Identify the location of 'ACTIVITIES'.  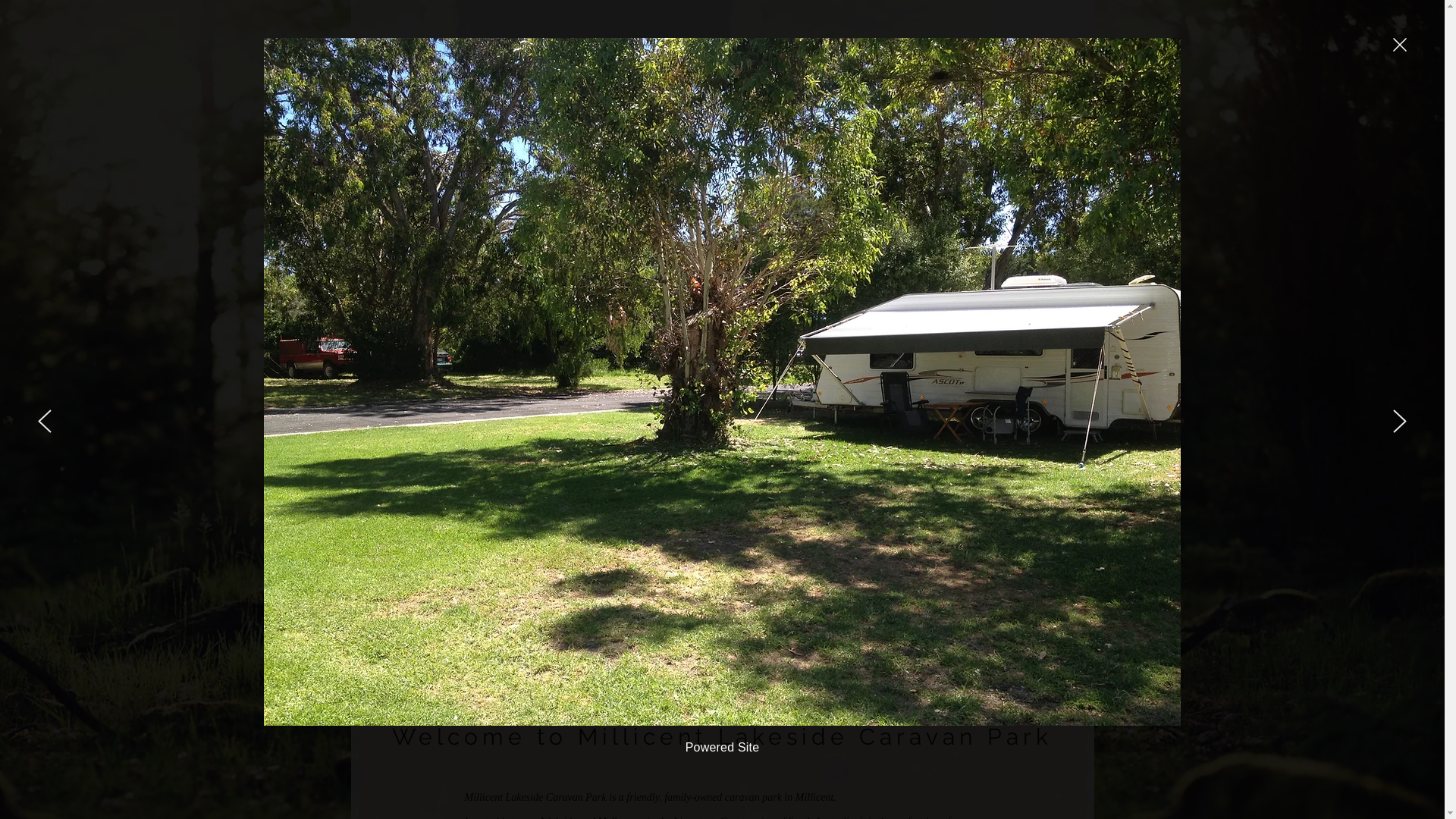
(912, 227).